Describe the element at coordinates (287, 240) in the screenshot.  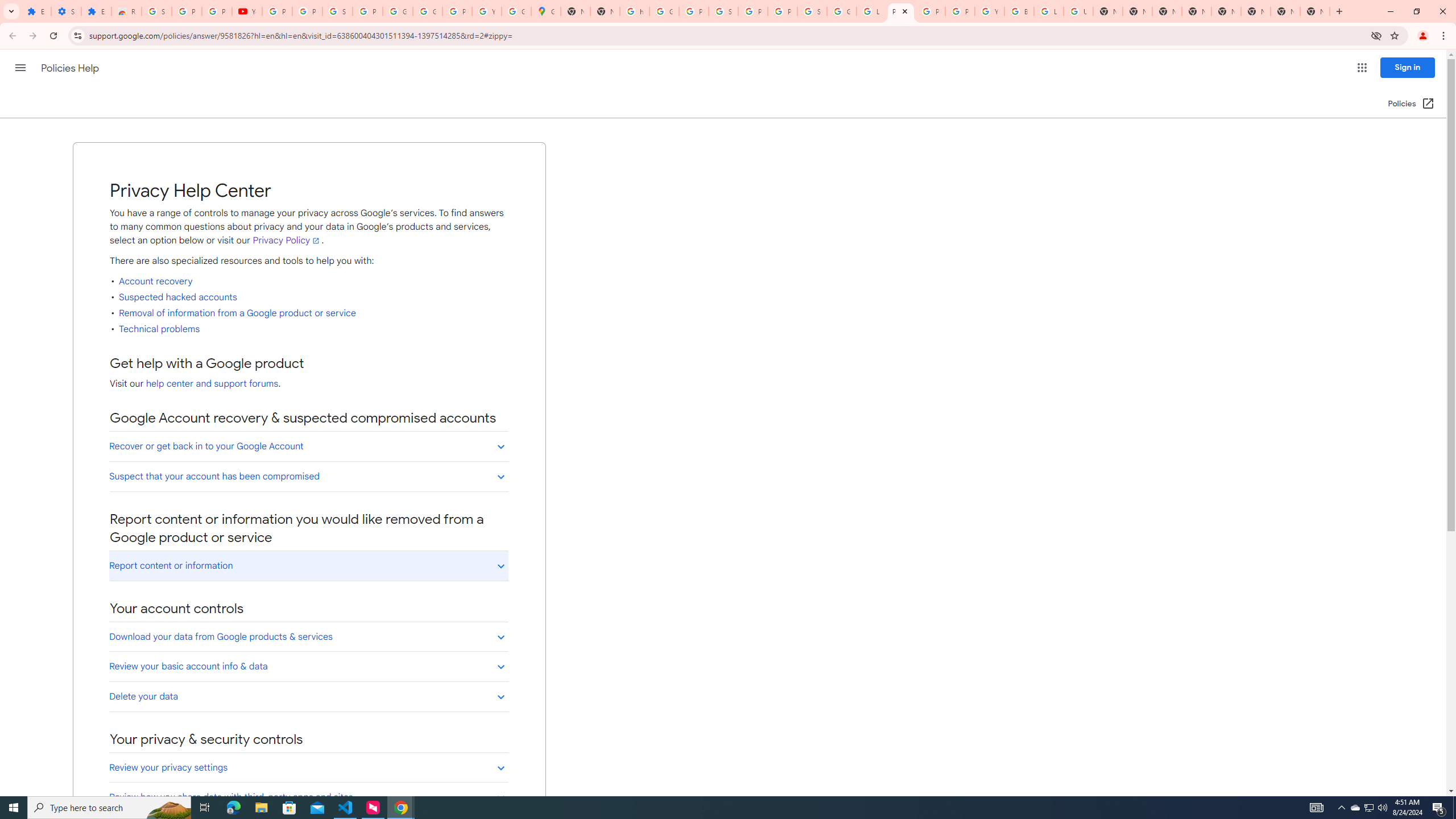
I see `'Privacy Policy'` at that location.